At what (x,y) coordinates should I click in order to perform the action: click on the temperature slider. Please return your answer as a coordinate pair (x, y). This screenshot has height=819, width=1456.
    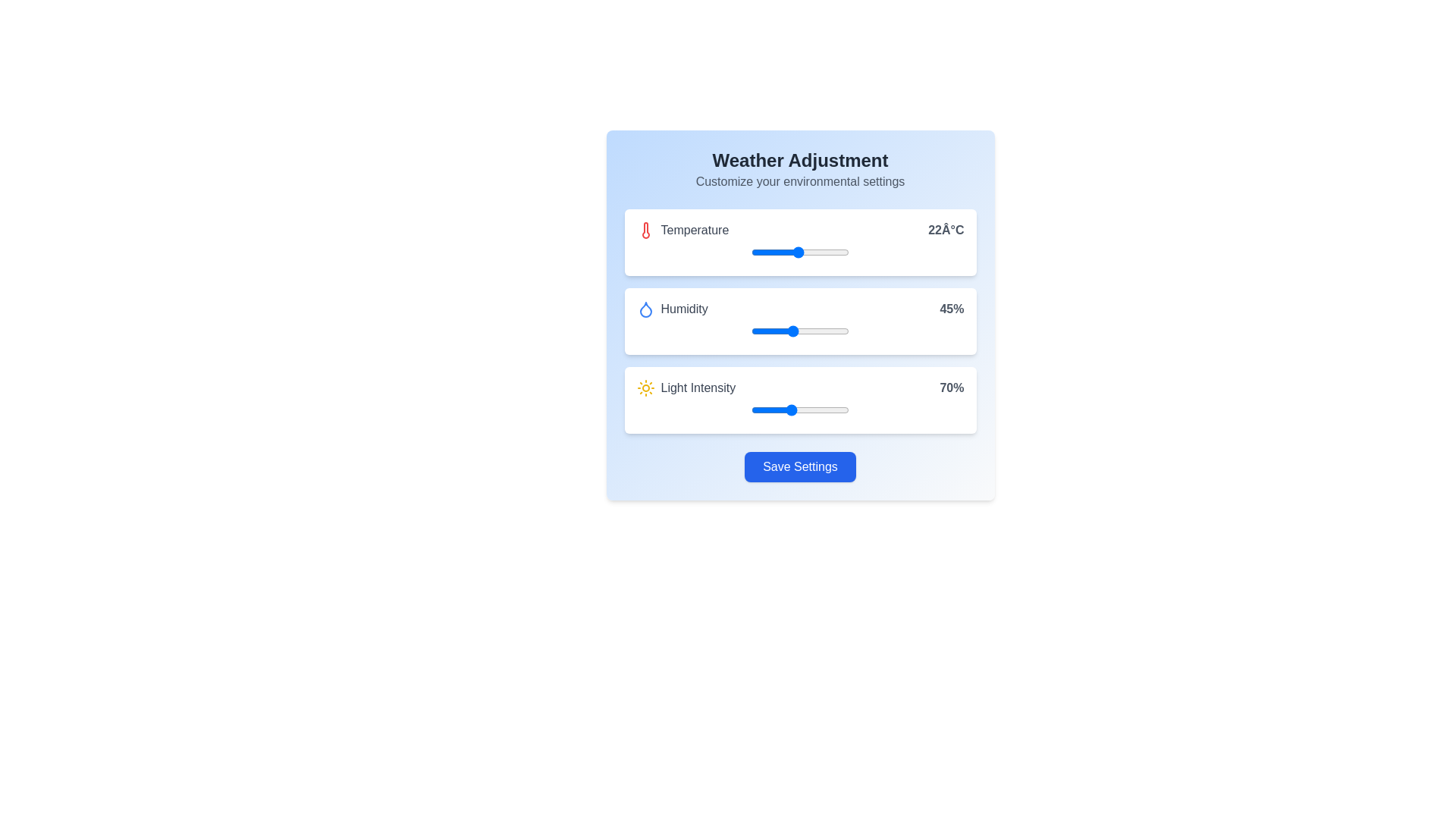
    Looking at the image, I should click on (833, 251).